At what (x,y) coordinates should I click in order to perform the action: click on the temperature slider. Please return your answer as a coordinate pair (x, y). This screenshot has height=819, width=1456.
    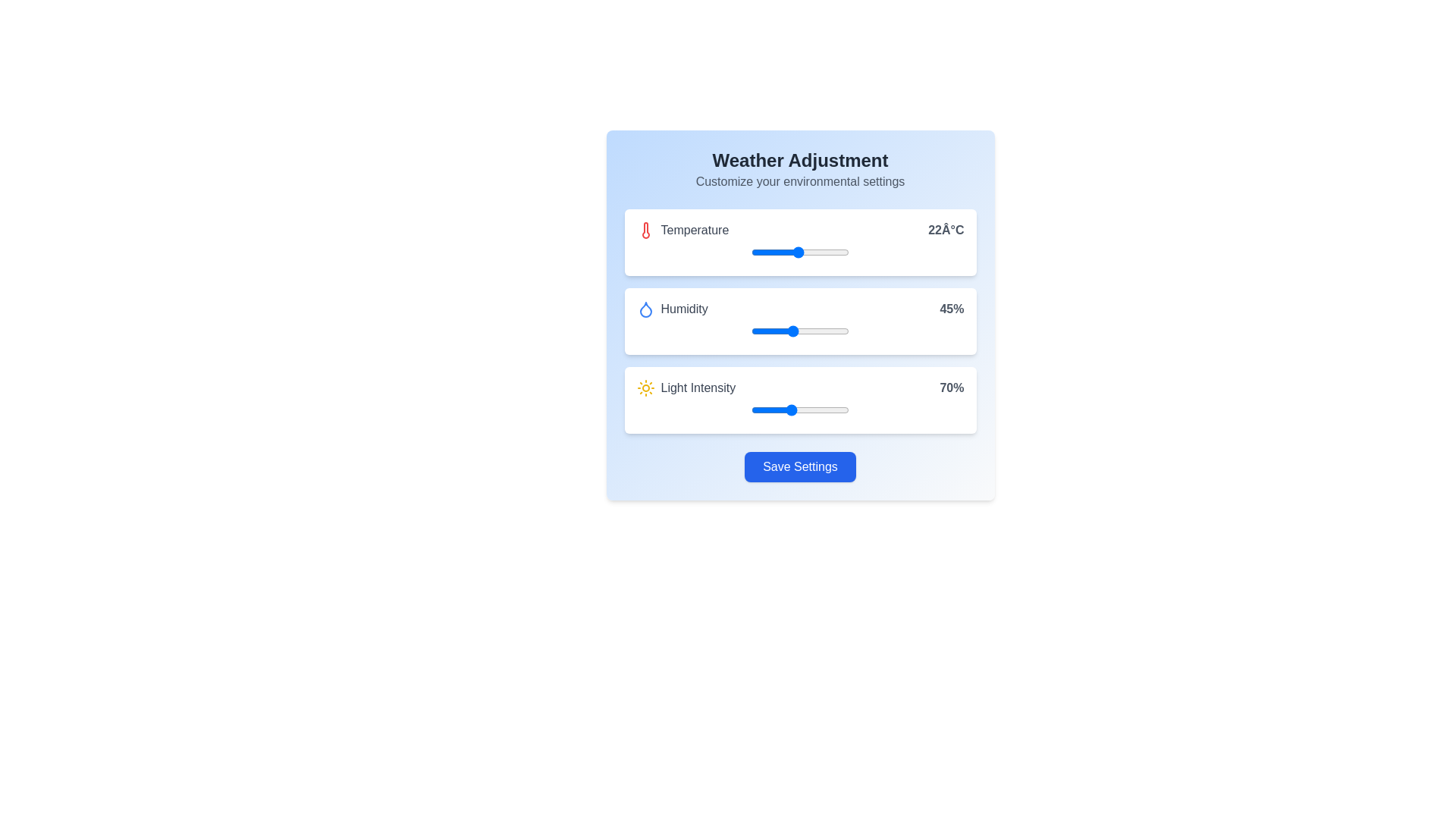
    Looking at the image, I should click on (833, 251).